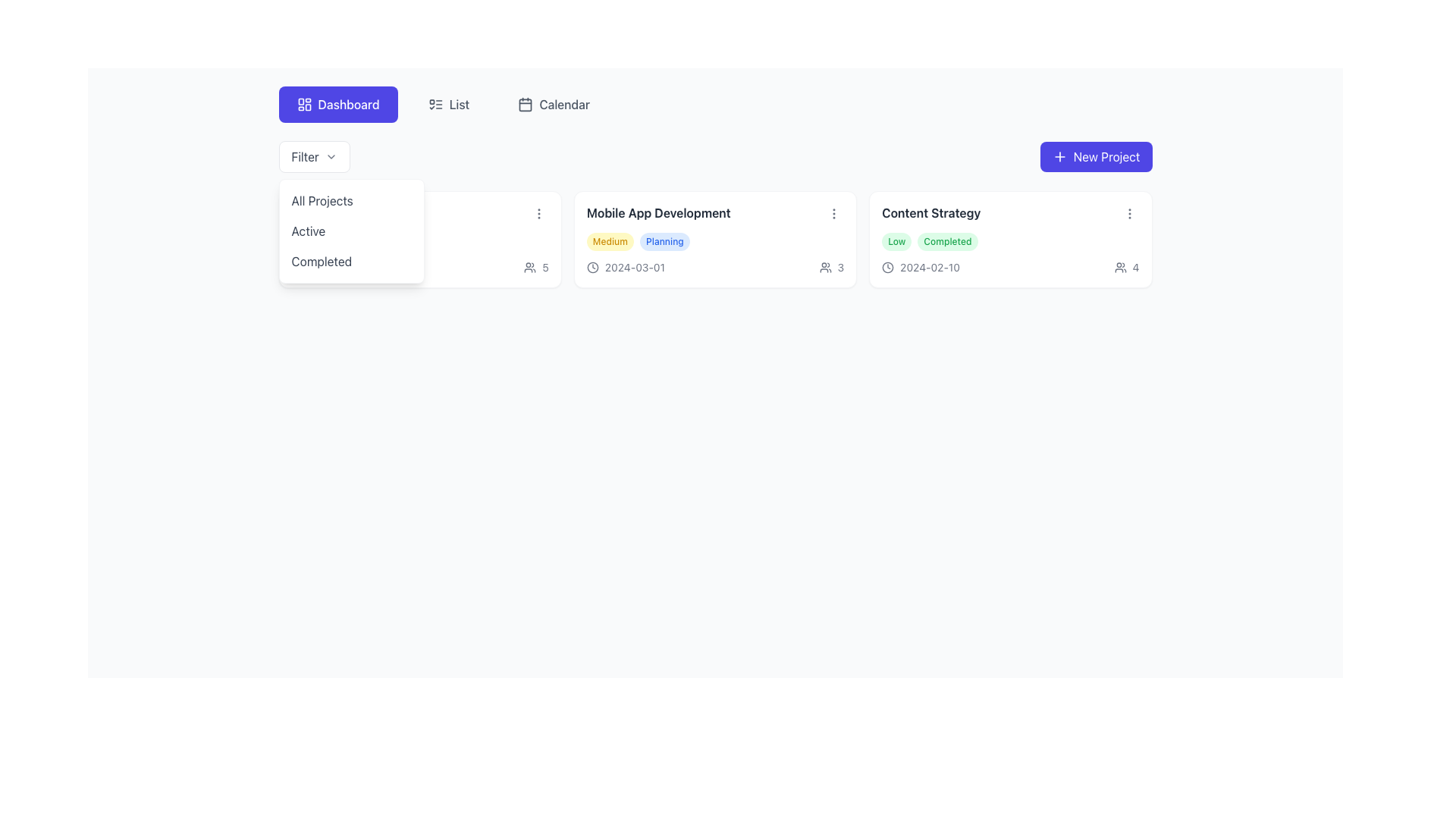 The height and width of the screenshot is (819, 1456). What do you see at coordinates (297, 267) in the screenshot?
I see `the clock icon indicating 'Completed' tasks in the dropdown menu associated with the 'Filter' button beneath the 'Dashboard' navigation bar` at bounding box center [297, 267].